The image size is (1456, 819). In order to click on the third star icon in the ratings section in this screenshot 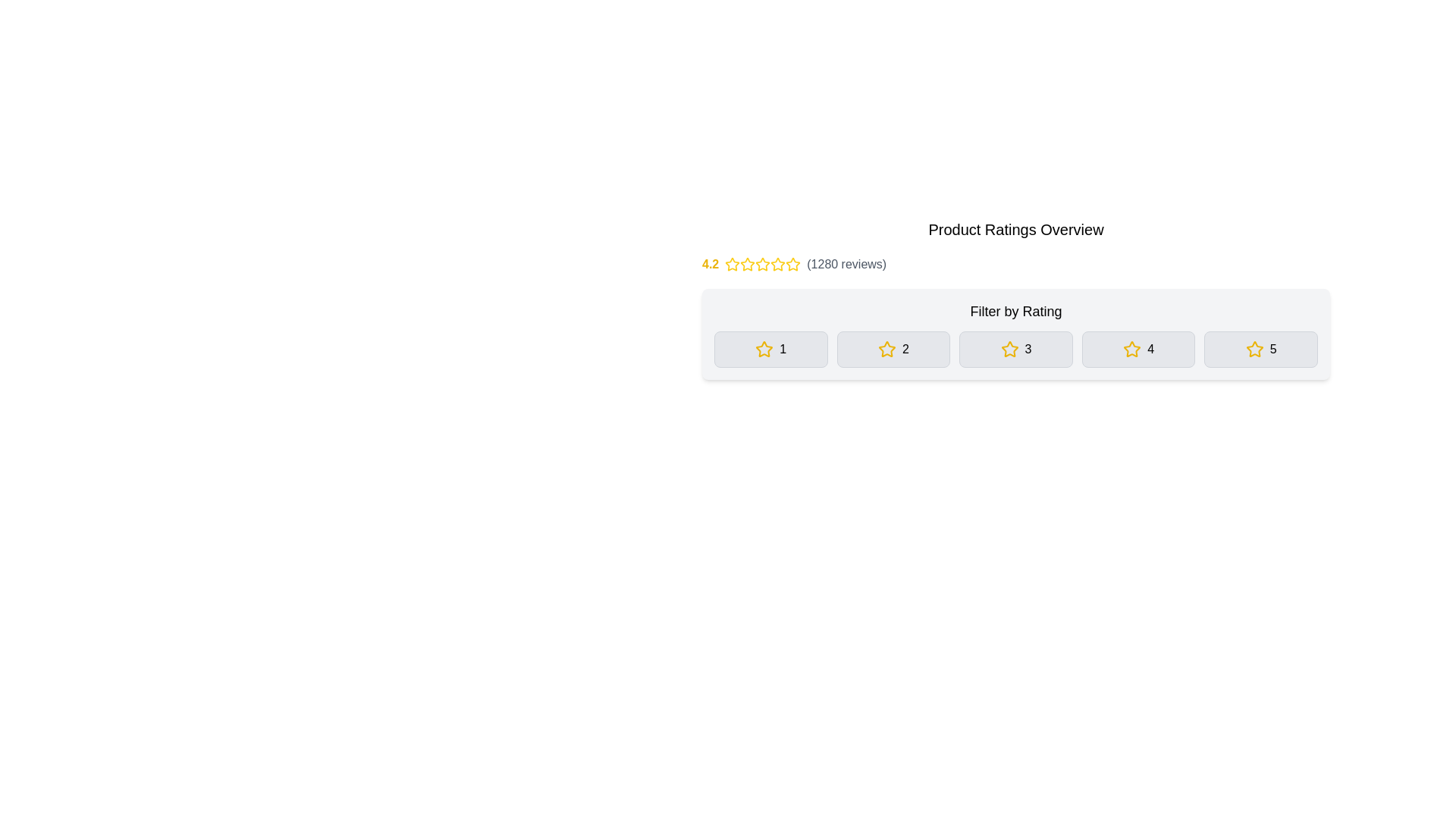, I will do `click(778, 263)`.